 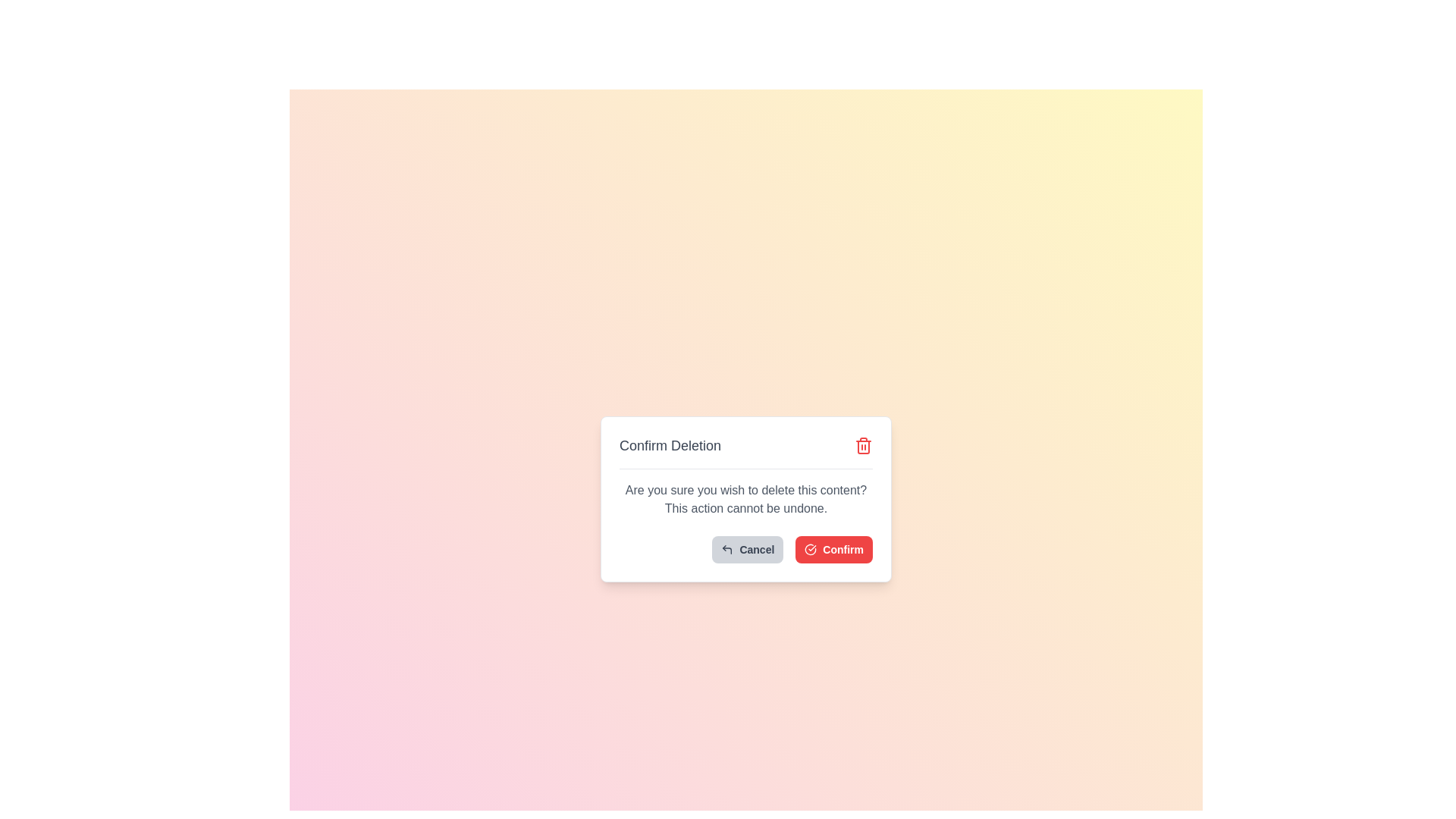 I want to click on text label that displays the message 'Are you sure you wish to delete this content?' and 'This action cannot be undone.' located under the header 'Confirm Deletion' on the modal dialogue box, so click(x=745, y=499).